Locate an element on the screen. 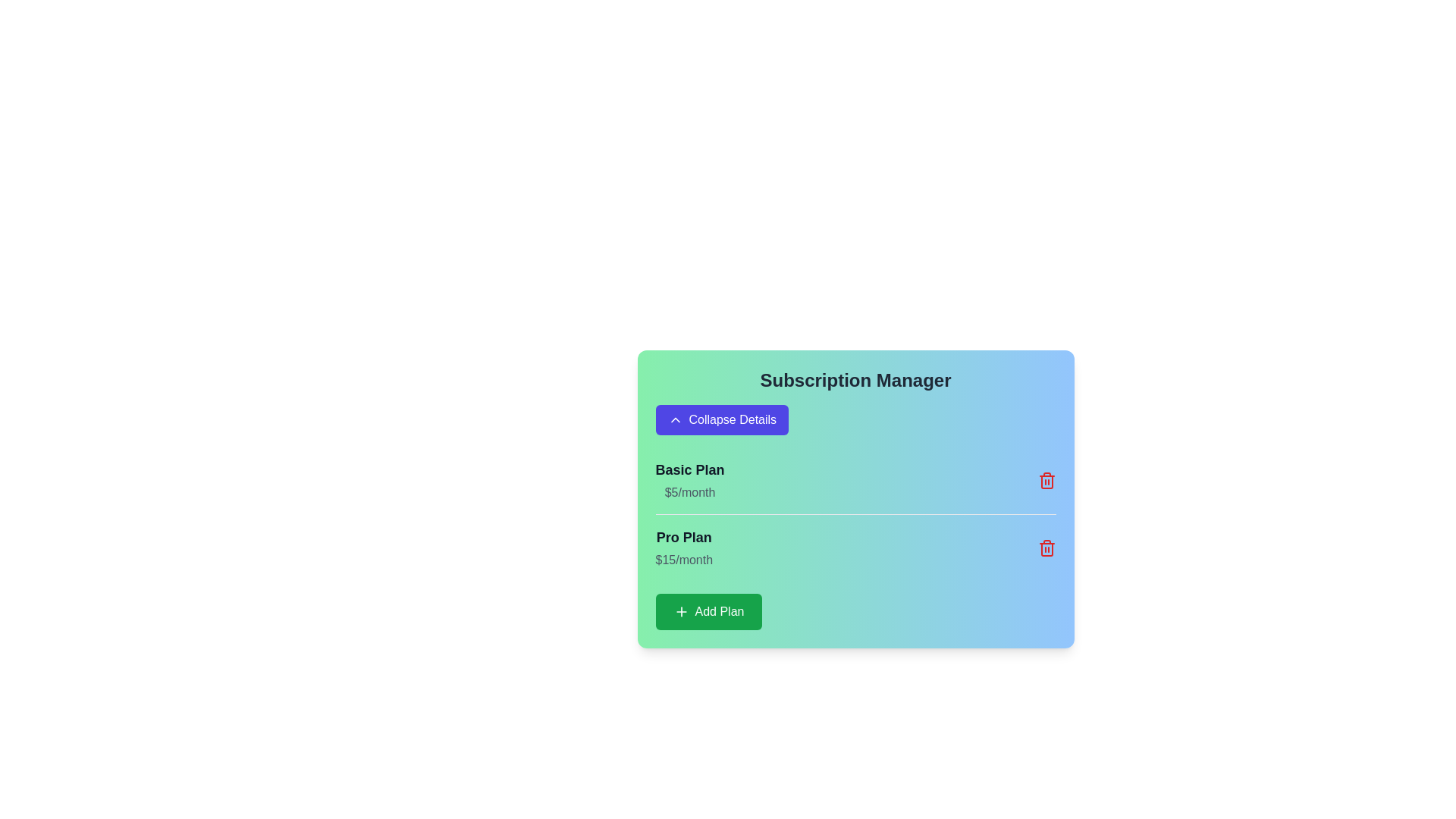  the text label showing the amount '$5/month' in gray color, located below the 'Basic Plan' title in the subscription section is located at coordinates (689, 493).